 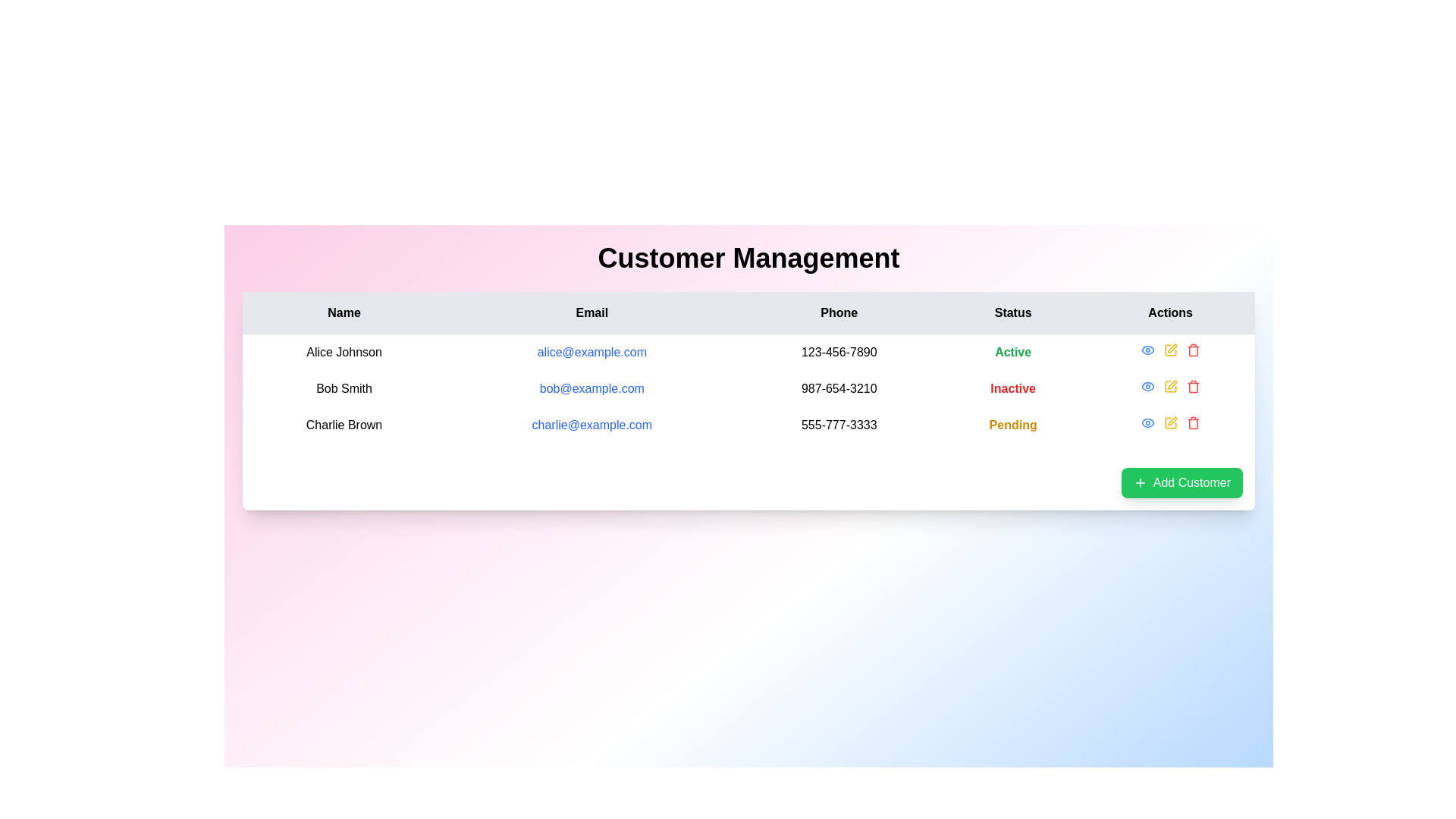 What do you see at coordinates (1169, 385) in the screenshot?
I see `the vector graphic icon shaped as a square with rounded corners, located in the 'Actions' column of the second row corresponding to Bob Smith's entry` at bounding box center [1169, 385].